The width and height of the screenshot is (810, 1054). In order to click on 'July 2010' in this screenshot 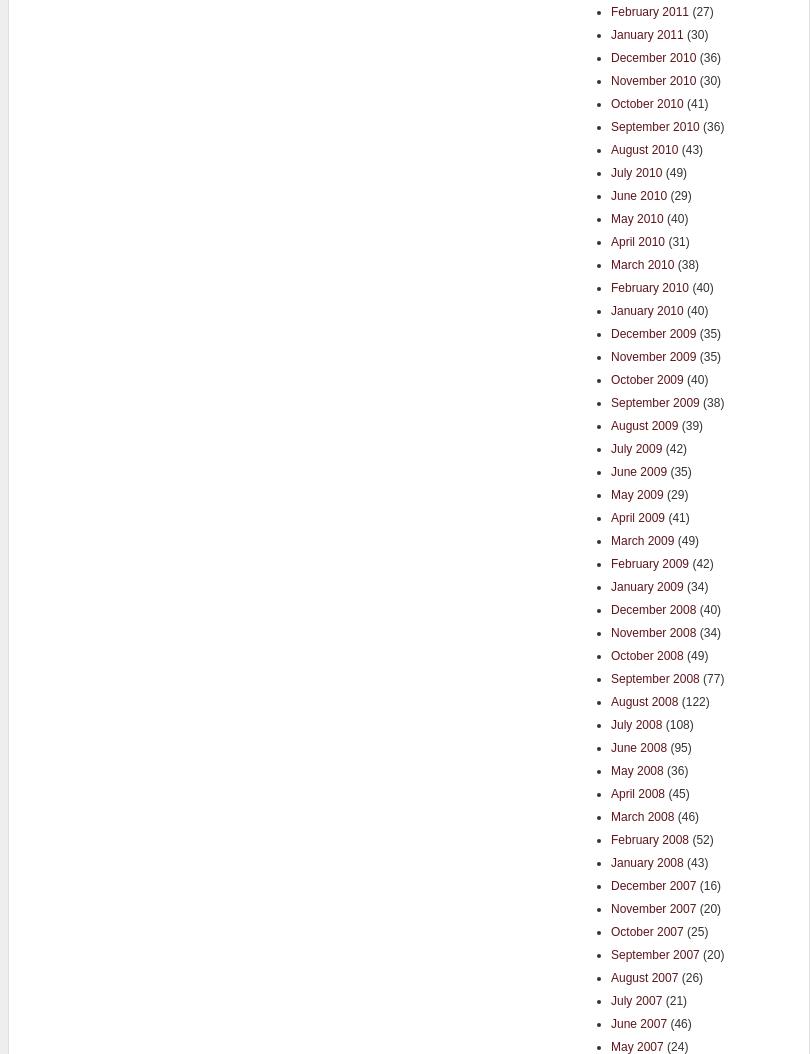, I will do `click(635, 171)`.